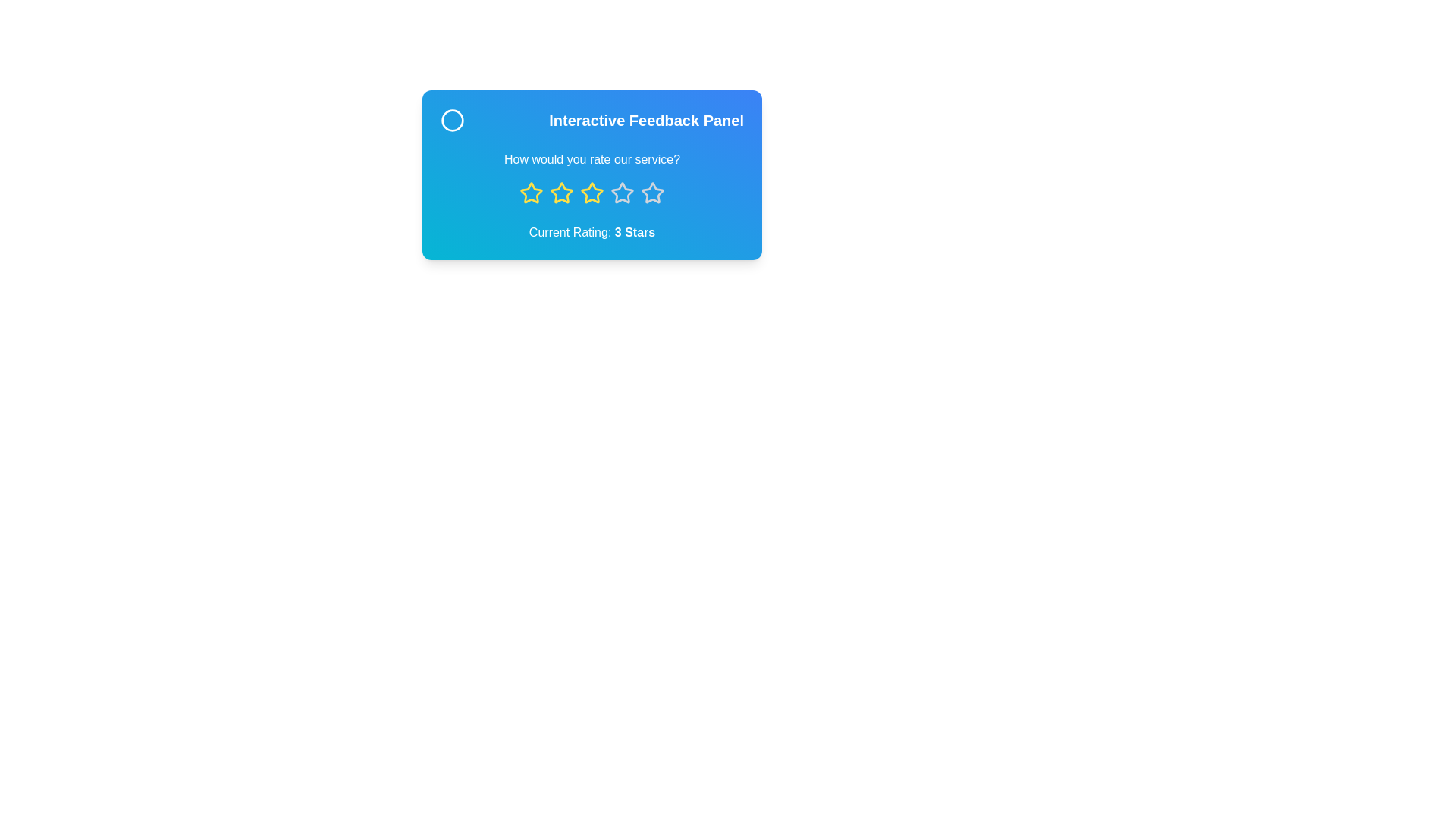 This screenshot has width=1456, height=819. Describe the element at coordinates (622, 192) in the screenshot. I see `the star-shaped interactive icon, which is the third star in a row of five, located beneath the question 'How would you rate our service?' and above the text 'Current Rating: 3 Stars.'` at that location.